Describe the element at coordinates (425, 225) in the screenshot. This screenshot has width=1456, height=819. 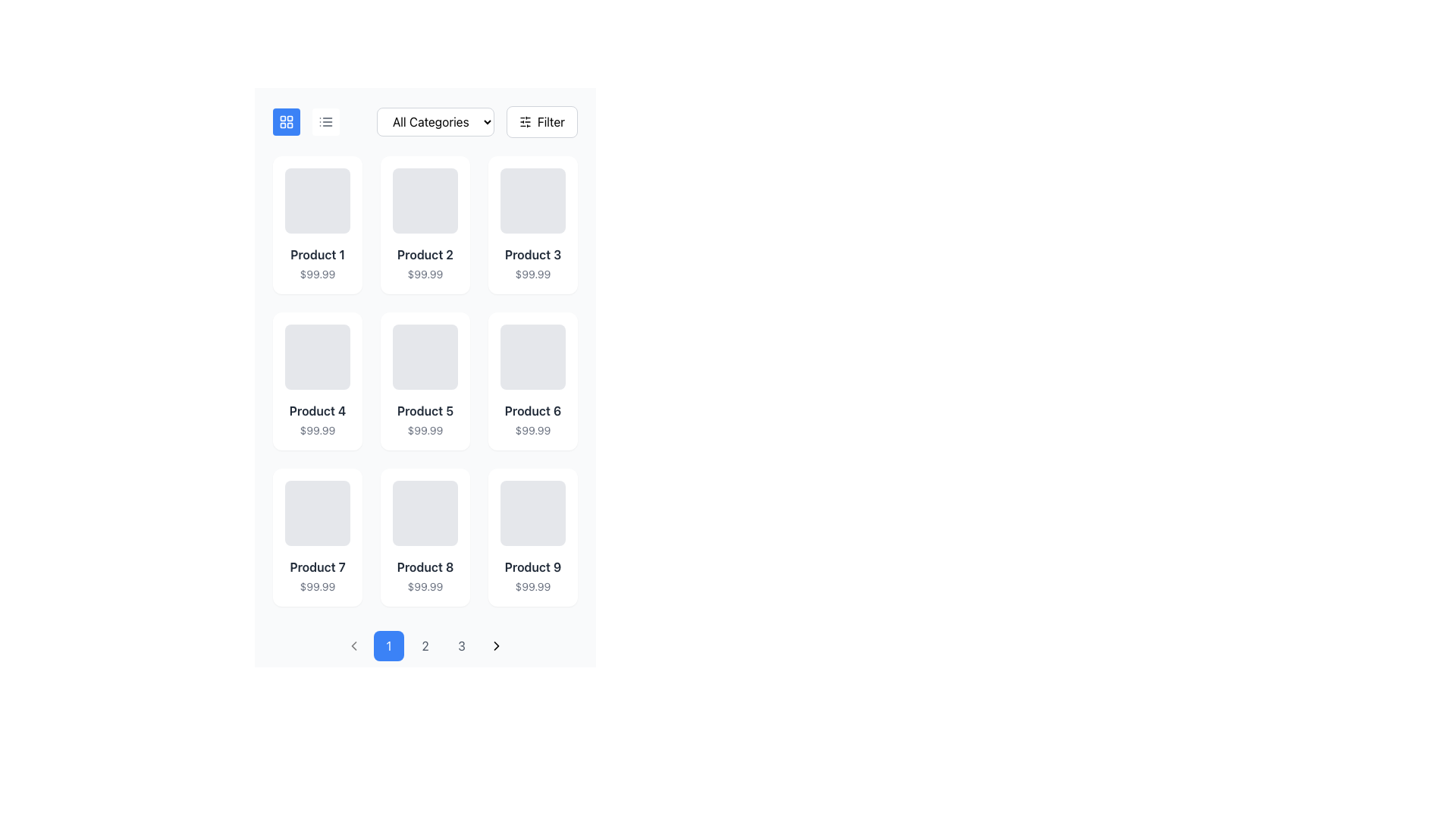
I see `the product card that displays the product name and price, which is the second card in the first row of the grid layout` at that location.